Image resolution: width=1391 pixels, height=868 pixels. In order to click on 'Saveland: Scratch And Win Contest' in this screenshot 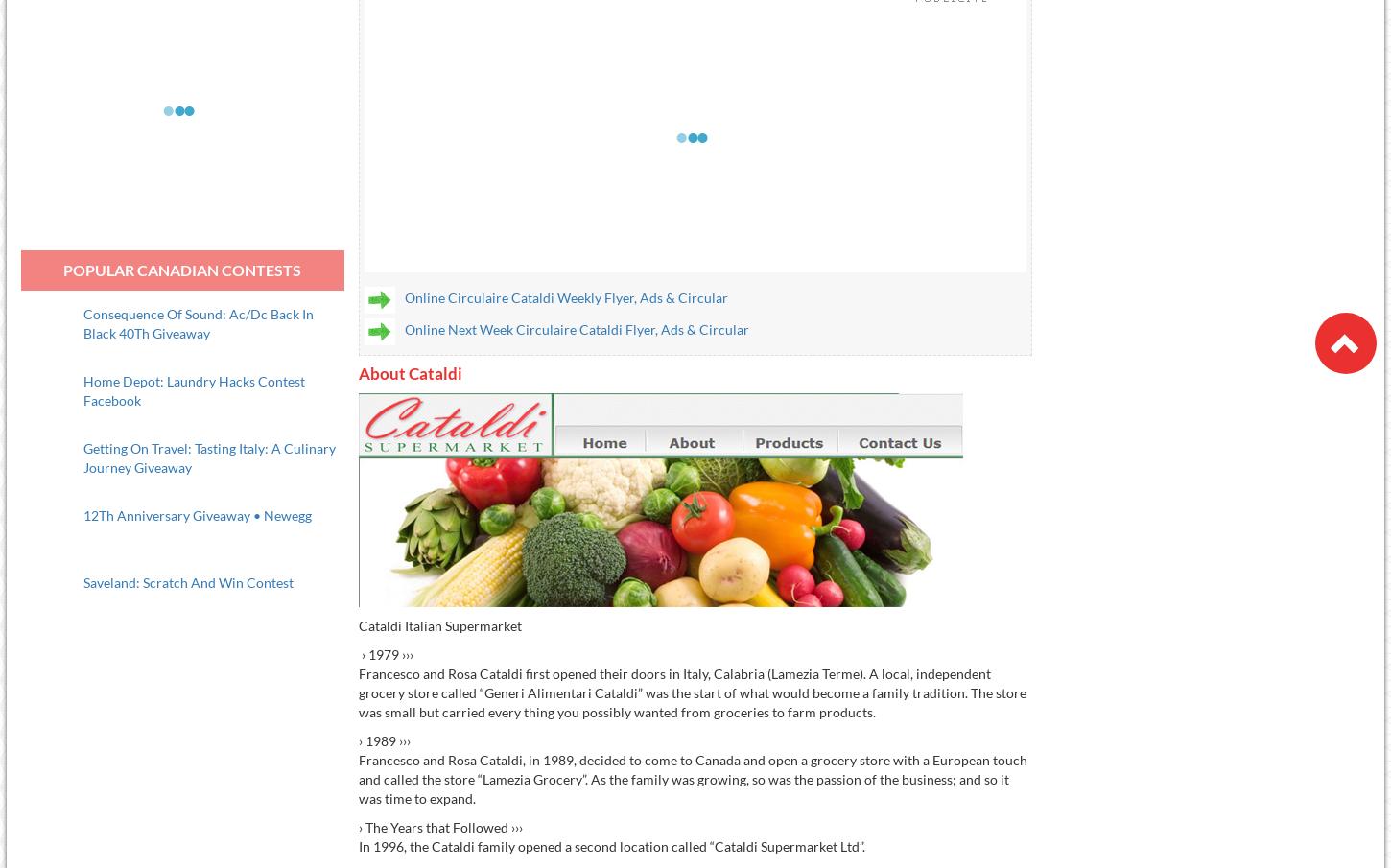, I will do `click(187, 580)`.